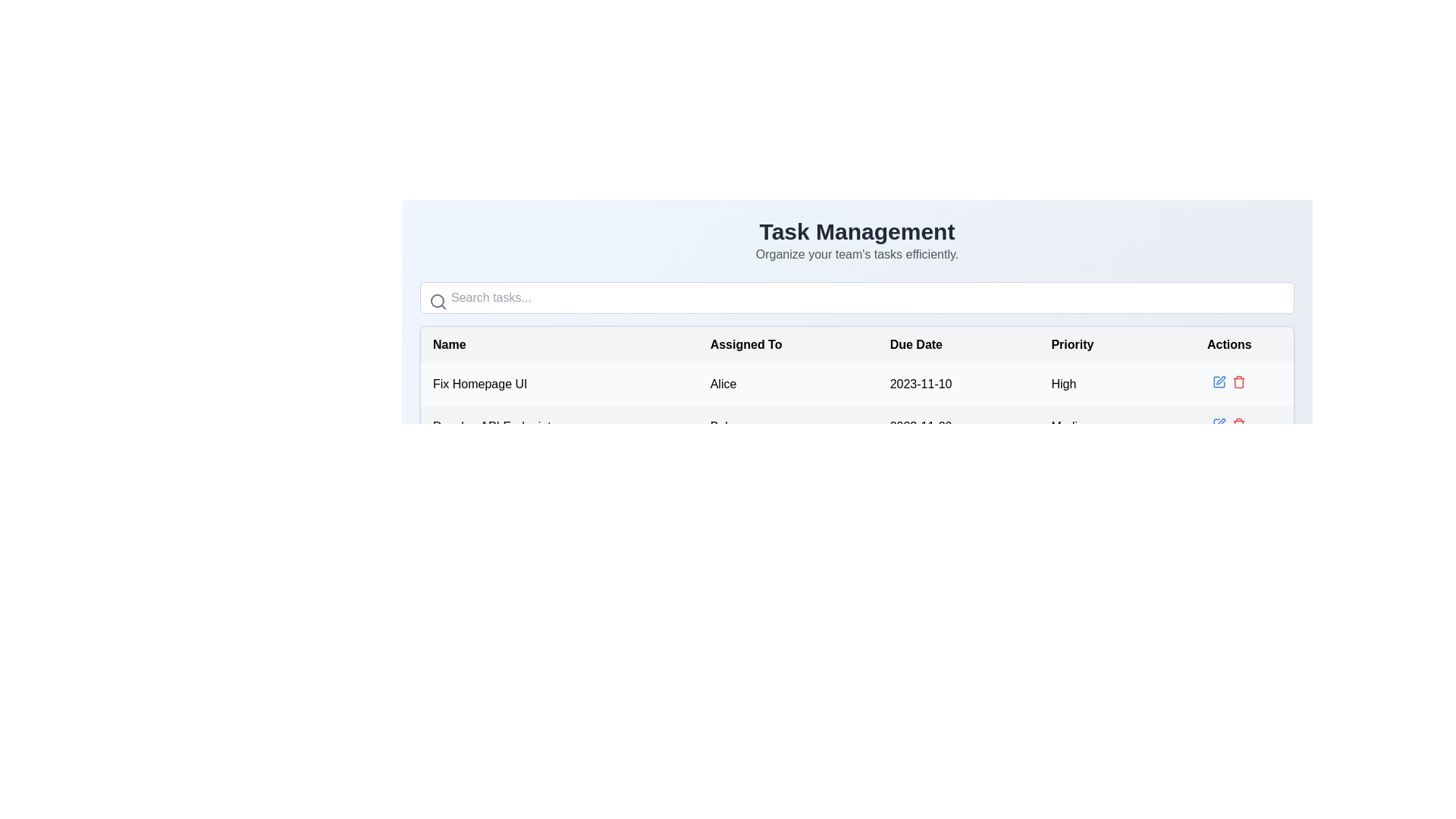 Image resolution: width=1456 pixels, height=819 pixels. I want to click on the edit action icon located in the Actions column of the second row in the Task Management section, so click(1219, 381).